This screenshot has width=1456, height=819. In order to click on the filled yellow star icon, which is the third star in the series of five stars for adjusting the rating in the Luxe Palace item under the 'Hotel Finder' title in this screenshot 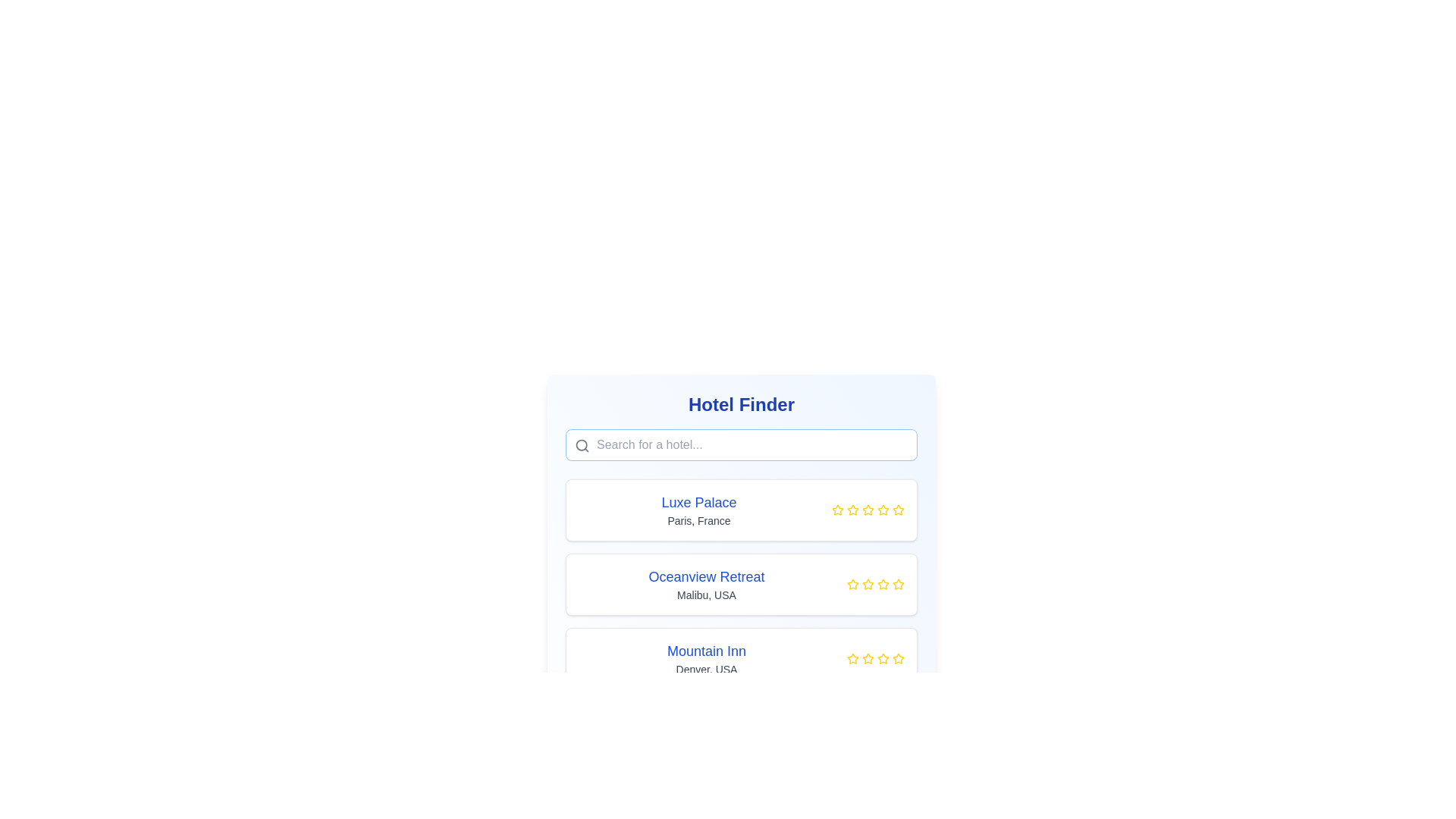, I will do `click(868, 510)`.